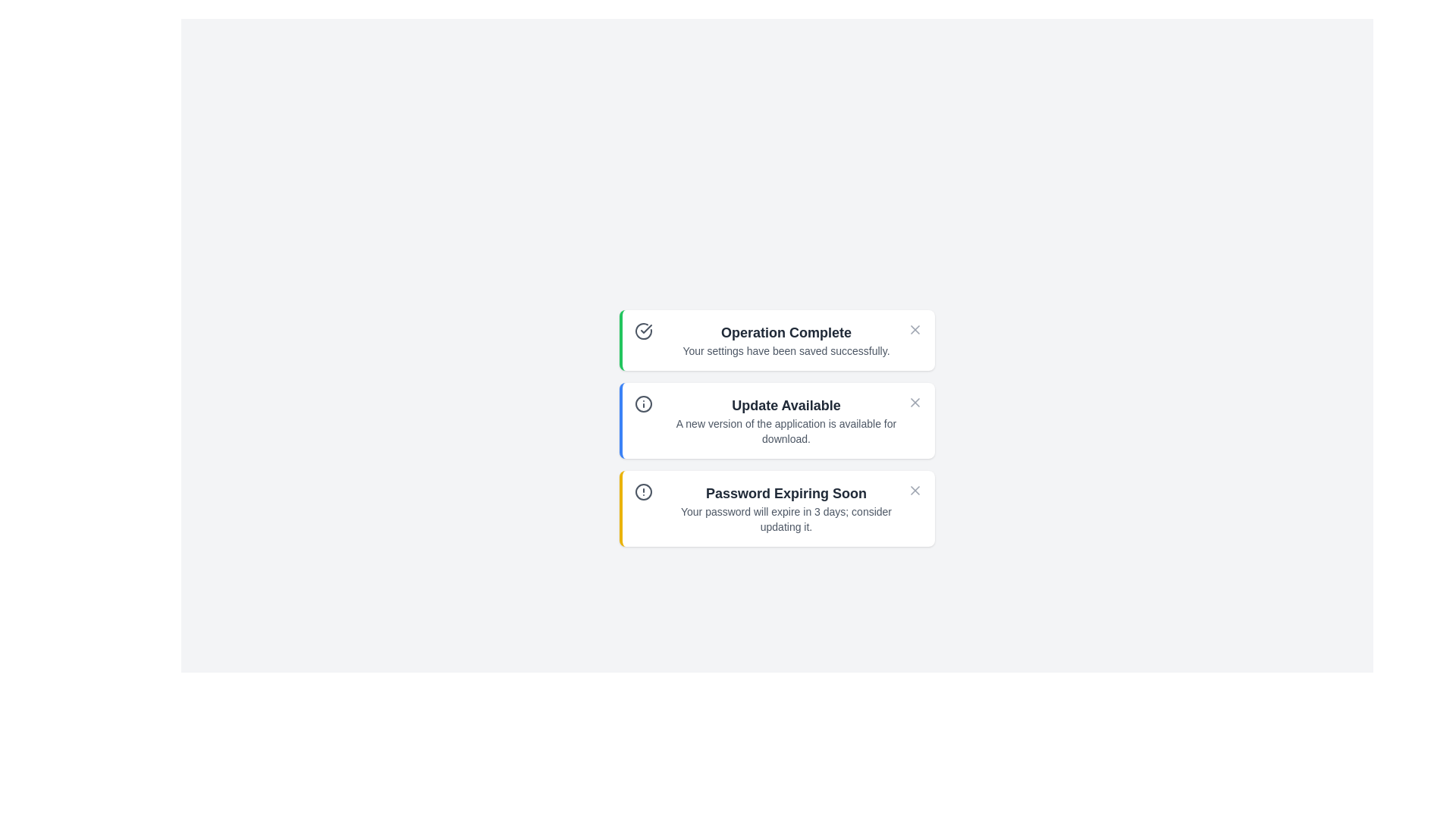  I want to click on the close button located to the right of the 'Operation Complete' notification title, so click(914, 329).